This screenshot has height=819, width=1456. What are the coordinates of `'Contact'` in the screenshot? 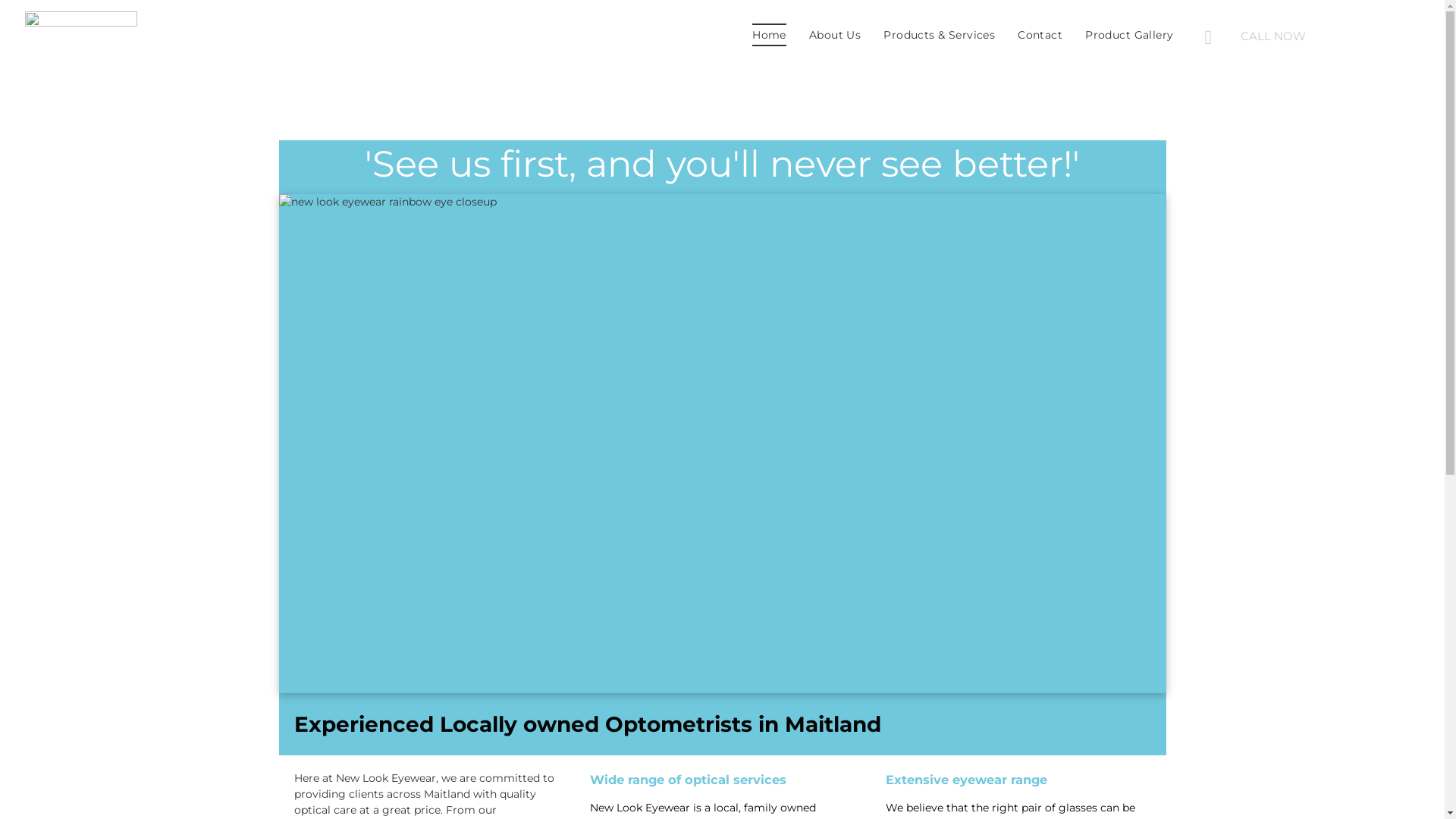 It's located at (1039, 34).